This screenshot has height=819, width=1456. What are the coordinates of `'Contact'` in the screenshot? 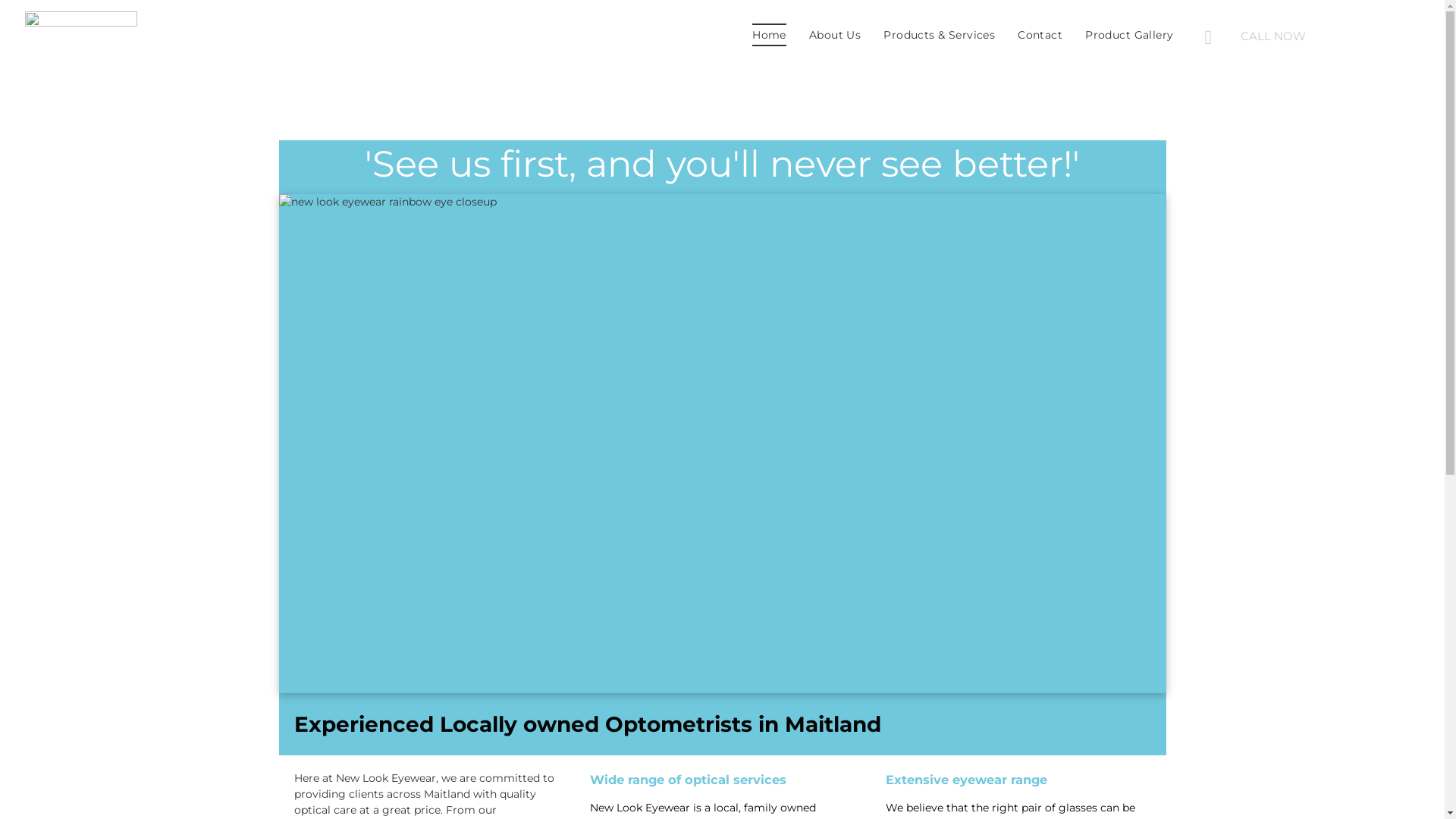 It's located at (1039, 34).